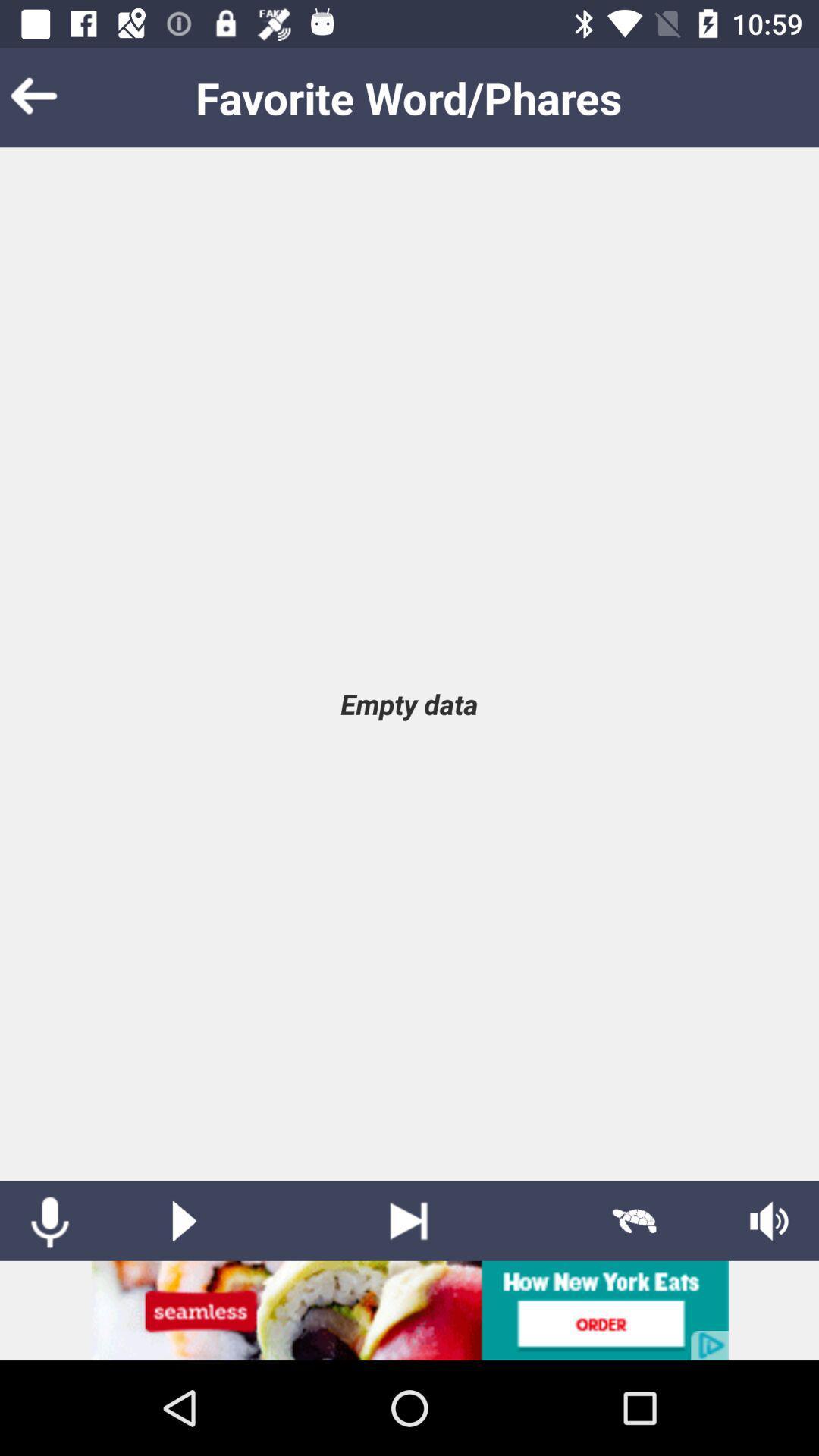  What do you see at coordinates (56, 96) in the screenshot?
I see `go back` at bounding box center [56, 96].